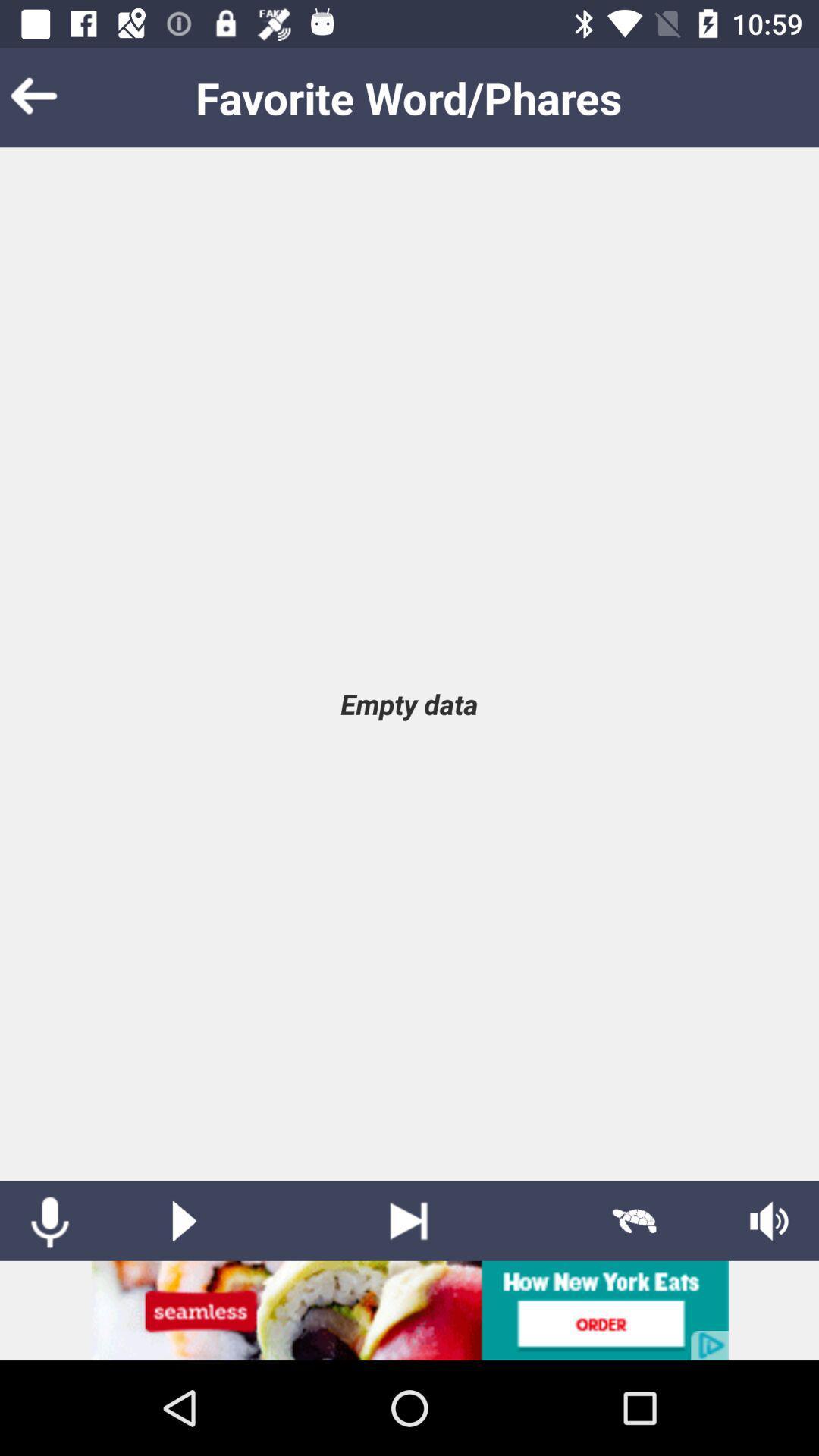  What do you see at coordinates (56, 96) in the screenshot?
I see `go back` at bounding box center [56, 96].